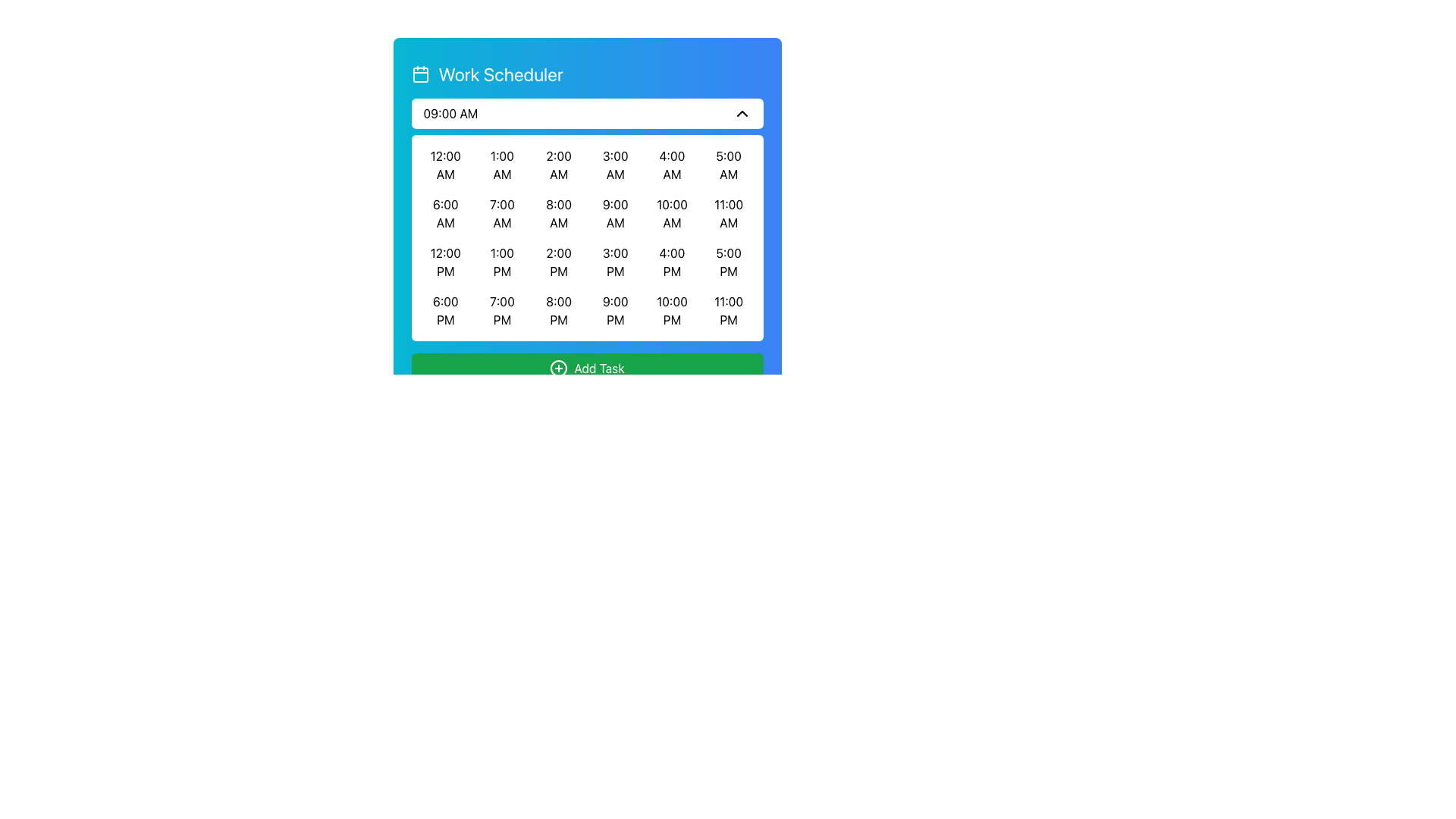 Image resolution: width=1456 pixels, height=819 pixels. What do you see at coordinates (615, 165) in the screenshot?
I see `the button displaying '3:00 AM'` at bounding box center [615, 165].